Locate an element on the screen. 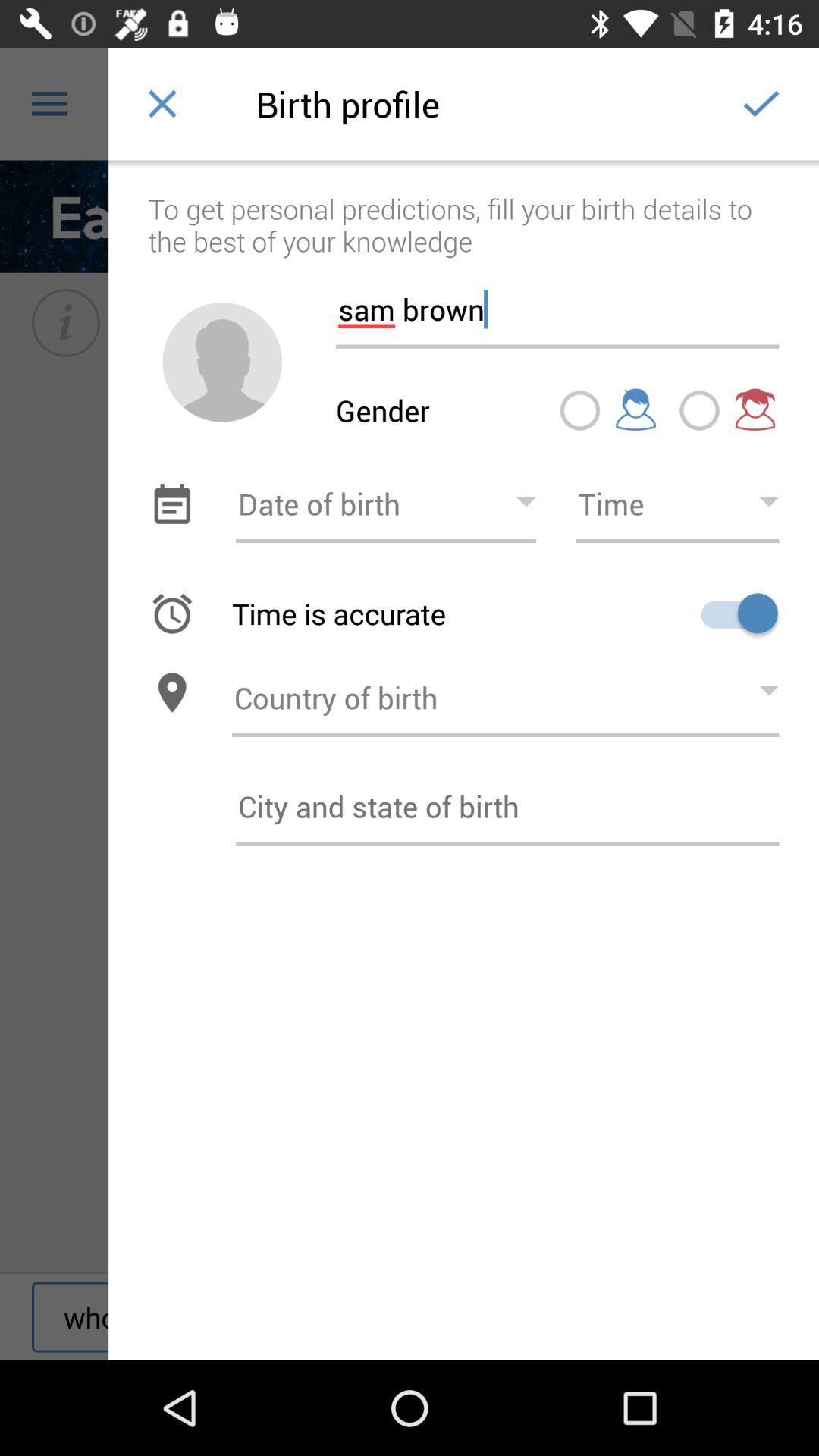 The height and width of the screenshot is (1456, 819). female as gender is located at coordinates (699, 410).